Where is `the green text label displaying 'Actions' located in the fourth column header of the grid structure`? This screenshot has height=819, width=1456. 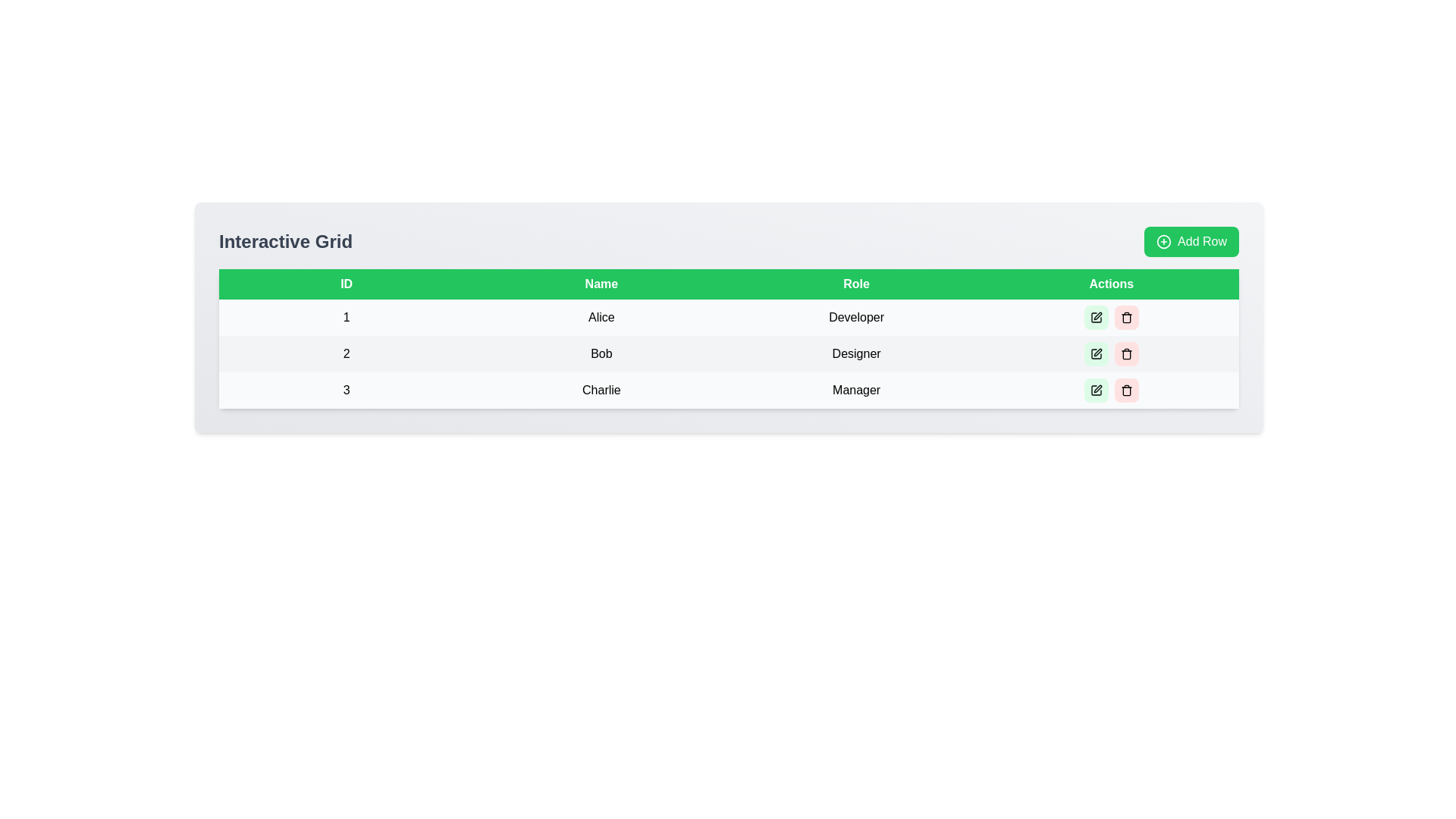
the green text label displaying 'Actions' located in the fourth column header of the grid structure is located at coordinates (1111, 284).